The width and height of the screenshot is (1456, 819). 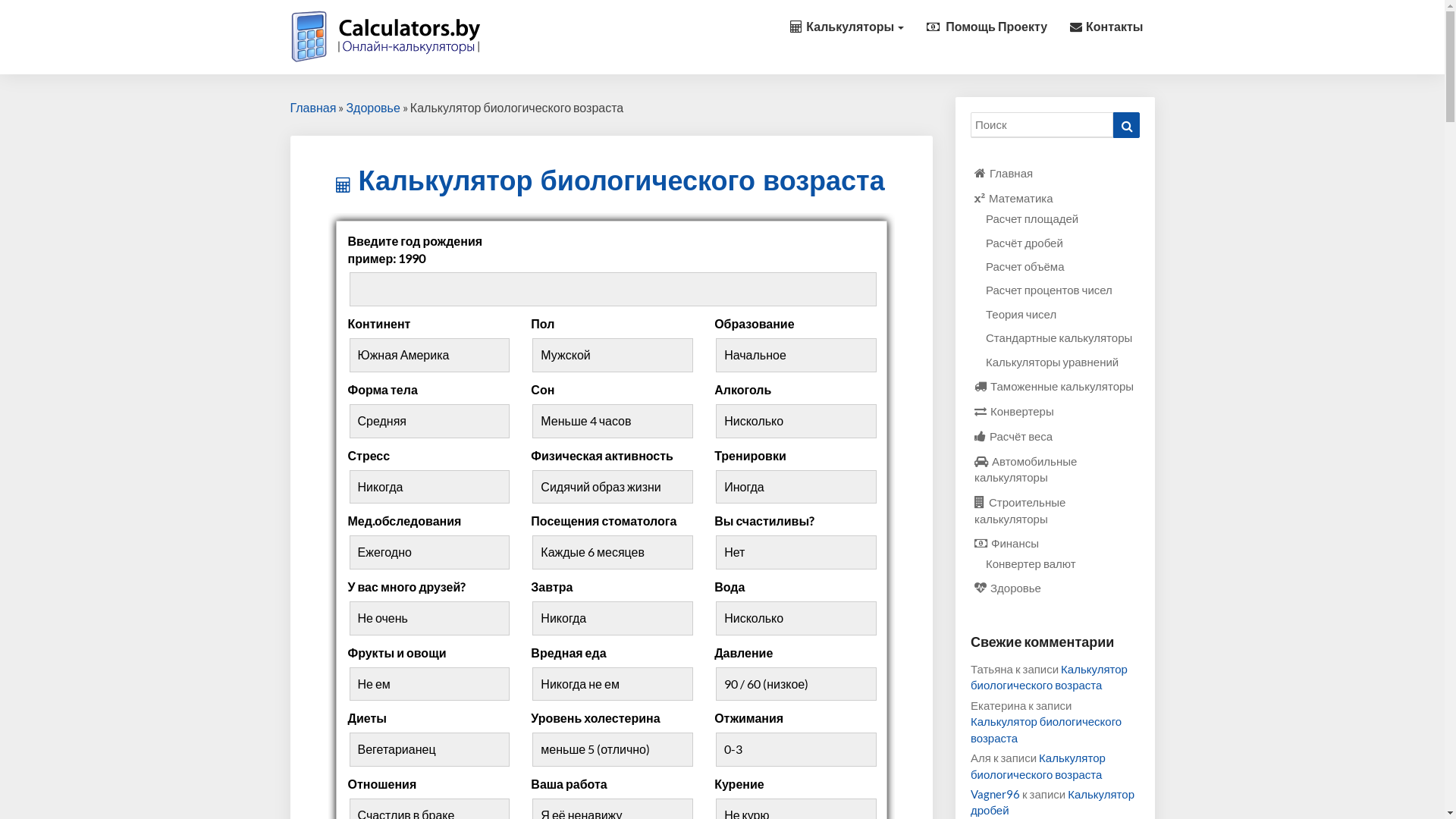 I want to click on 'Vagner96', so click(x=971, y=792).